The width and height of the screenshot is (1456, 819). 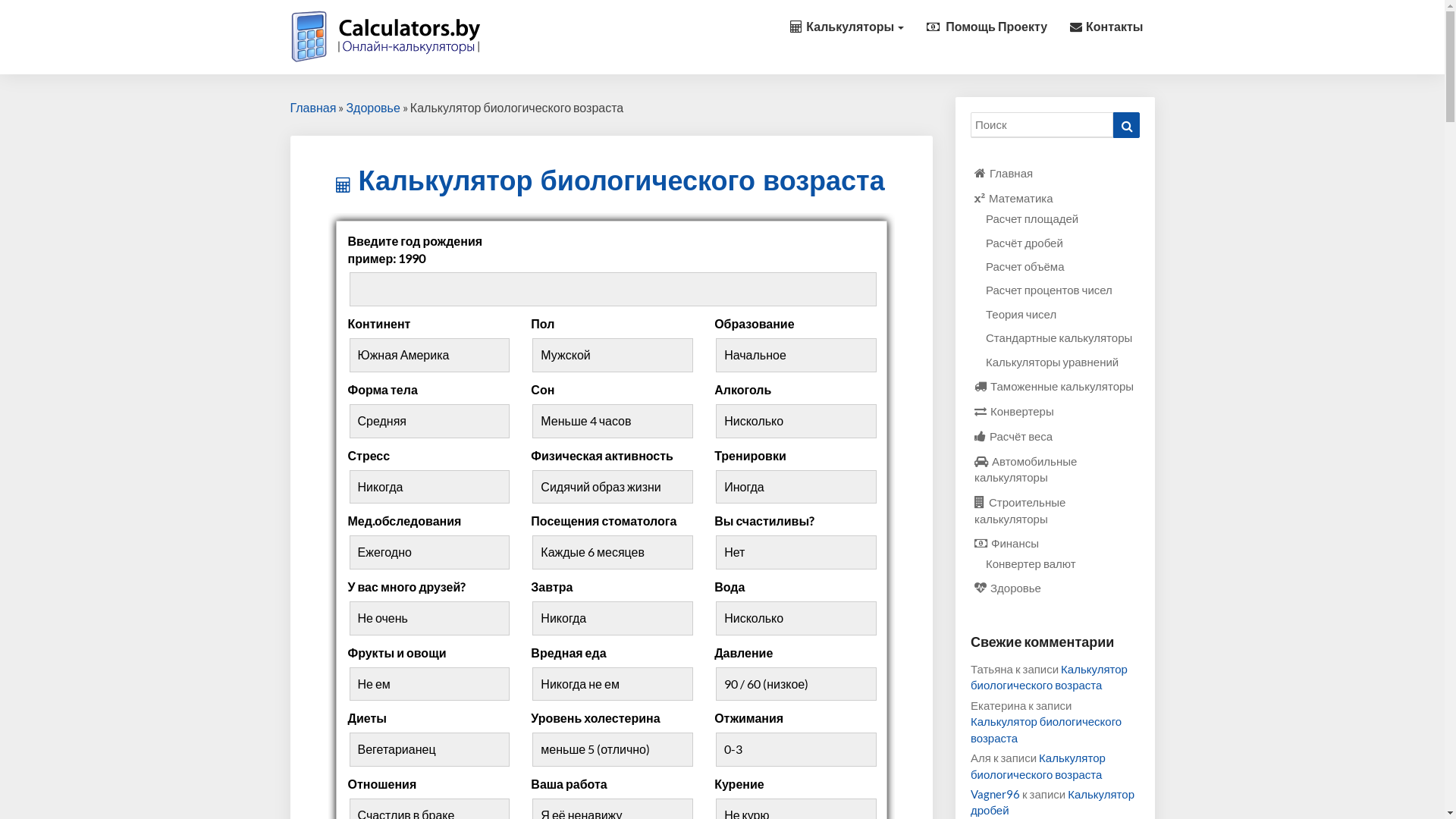 I want to click on 'Vagner96', so click(x=971, y=792).